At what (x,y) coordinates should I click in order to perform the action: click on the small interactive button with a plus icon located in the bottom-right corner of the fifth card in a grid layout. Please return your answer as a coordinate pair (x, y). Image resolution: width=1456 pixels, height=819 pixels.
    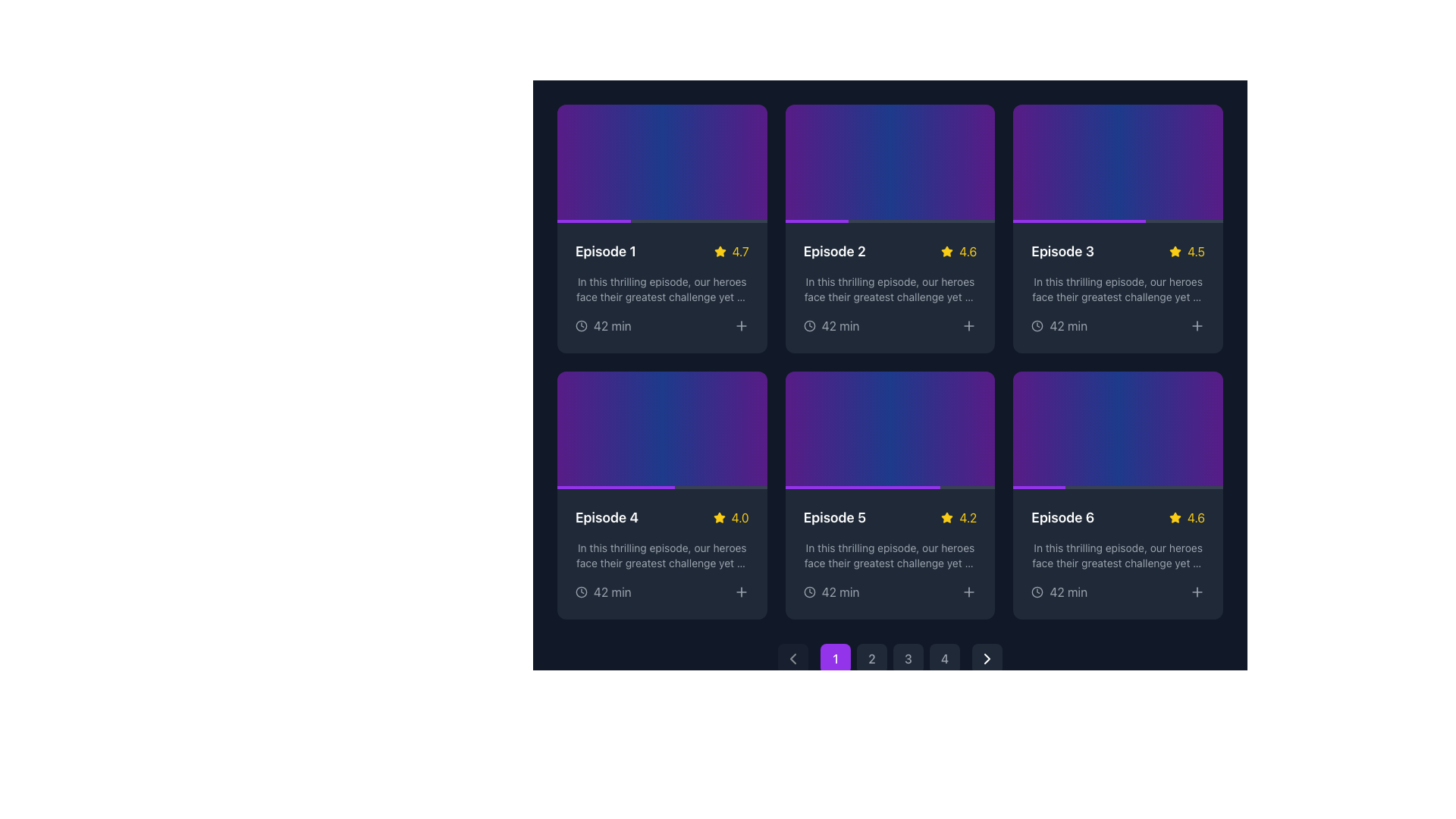
    Looking at the image, I should click on (968, 591).